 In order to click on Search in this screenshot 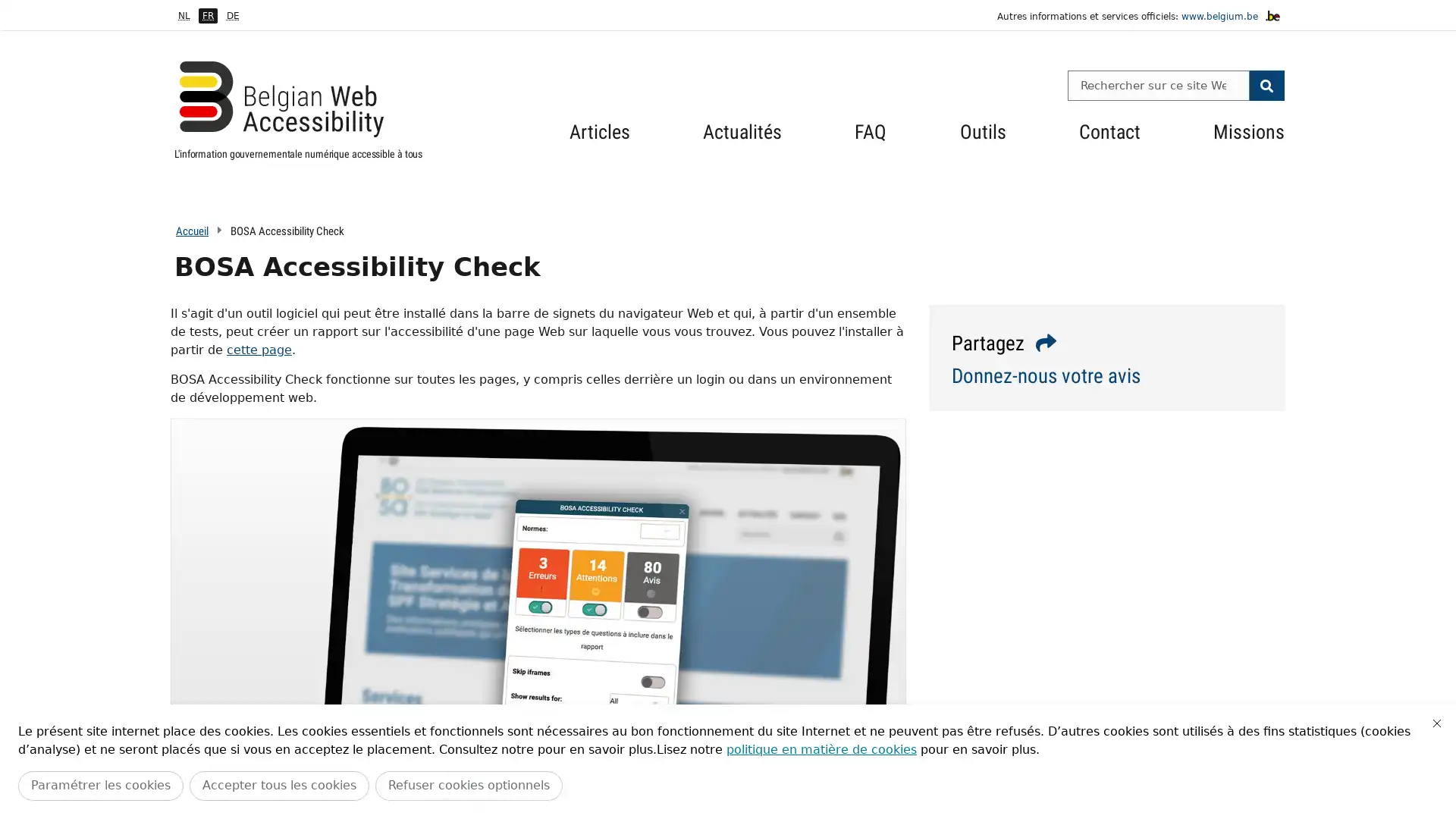, I will do `click(1266, 85)`.